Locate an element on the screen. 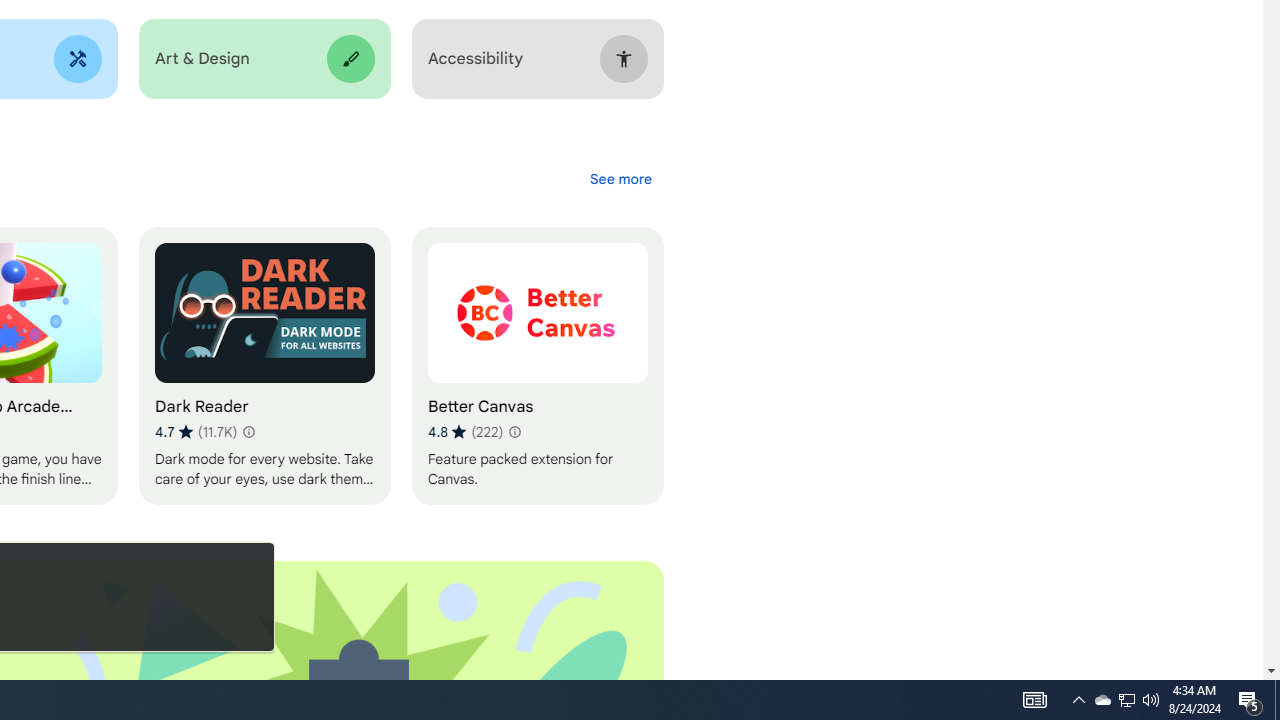 Image resolution: width=1280 pixels, height=720 pixels. 'See more personalized recommendations' is located at coordinates (619, 178).